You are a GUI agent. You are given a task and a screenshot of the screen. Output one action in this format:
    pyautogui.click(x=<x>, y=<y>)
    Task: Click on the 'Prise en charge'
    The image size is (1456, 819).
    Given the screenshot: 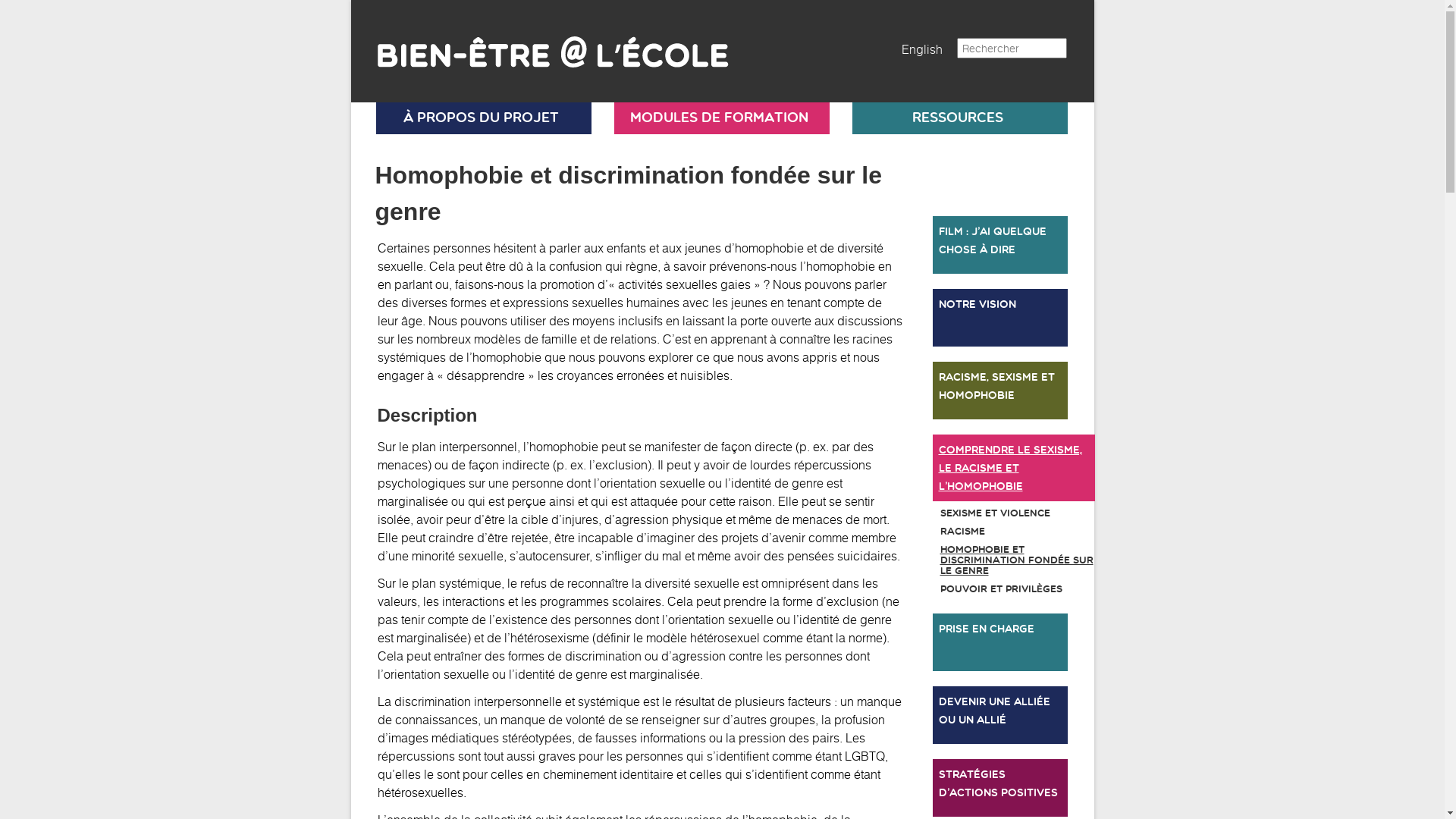 What is the action you would take?
    pyautogui.click(x=1000, y=642)
    